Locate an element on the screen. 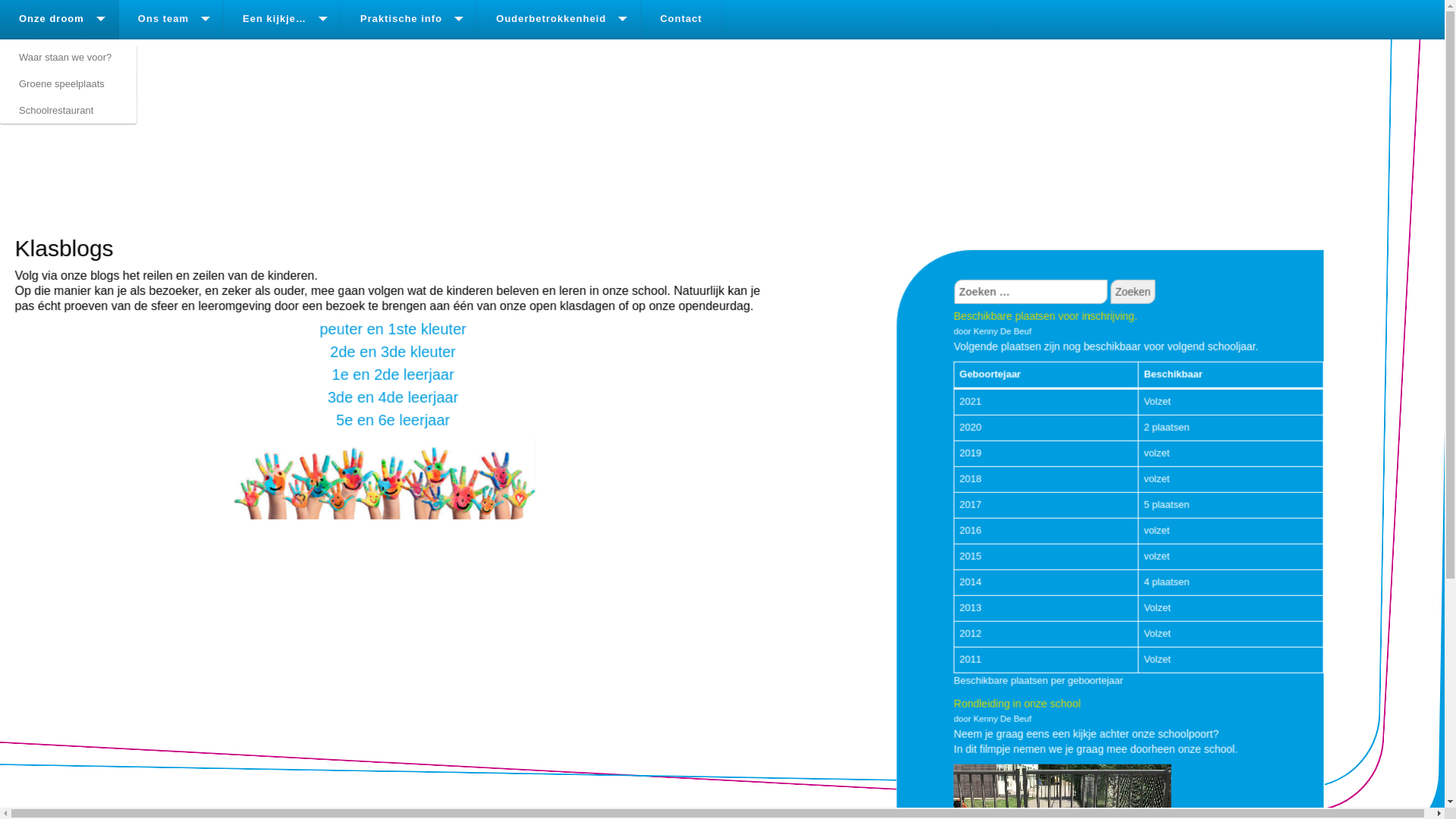 The width and height of the screenshot is (1456, 819). 'Ons team' is located at coordinates (171, 20).